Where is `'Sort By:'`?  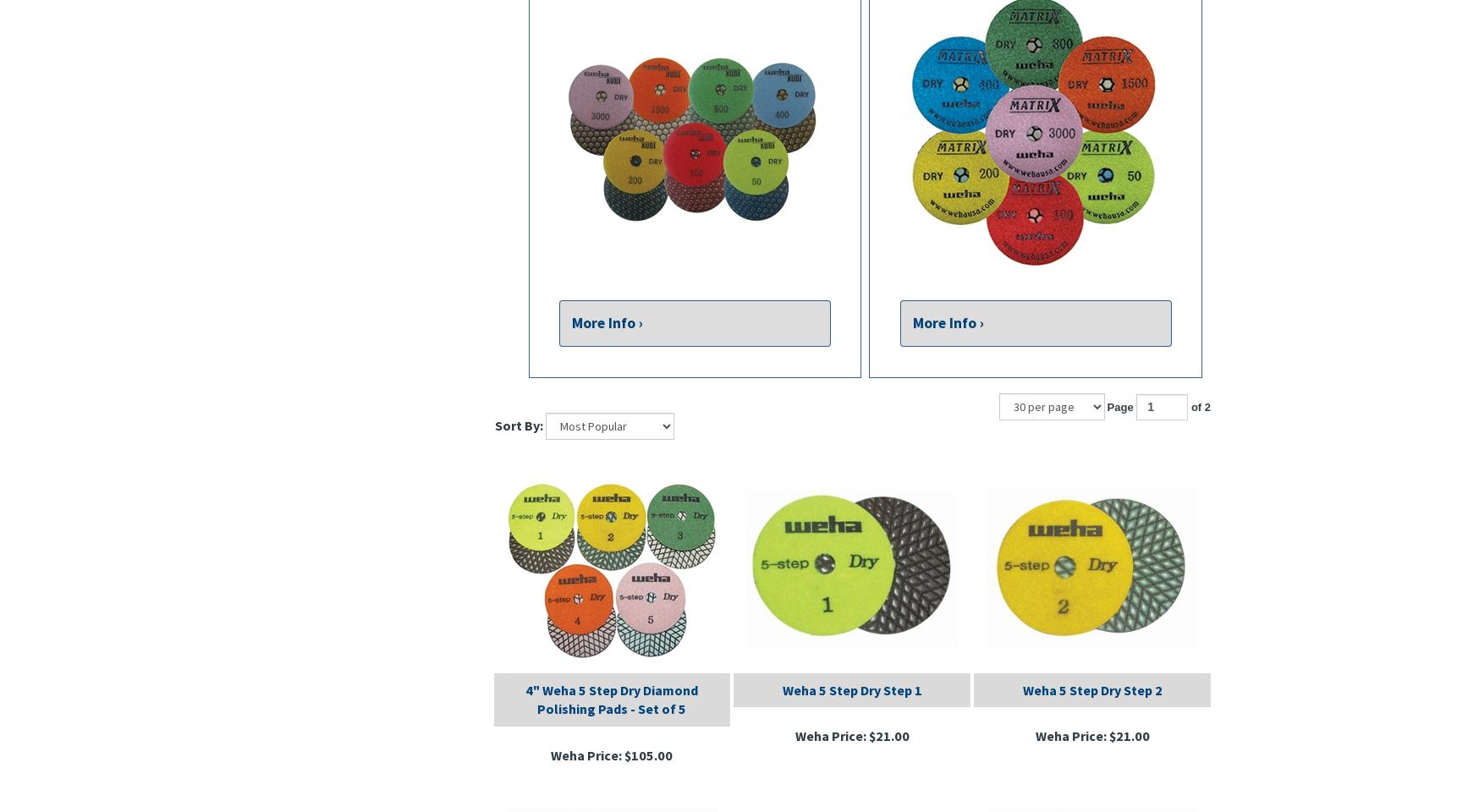
'Sort By:' is located at coordinates (517, 425).